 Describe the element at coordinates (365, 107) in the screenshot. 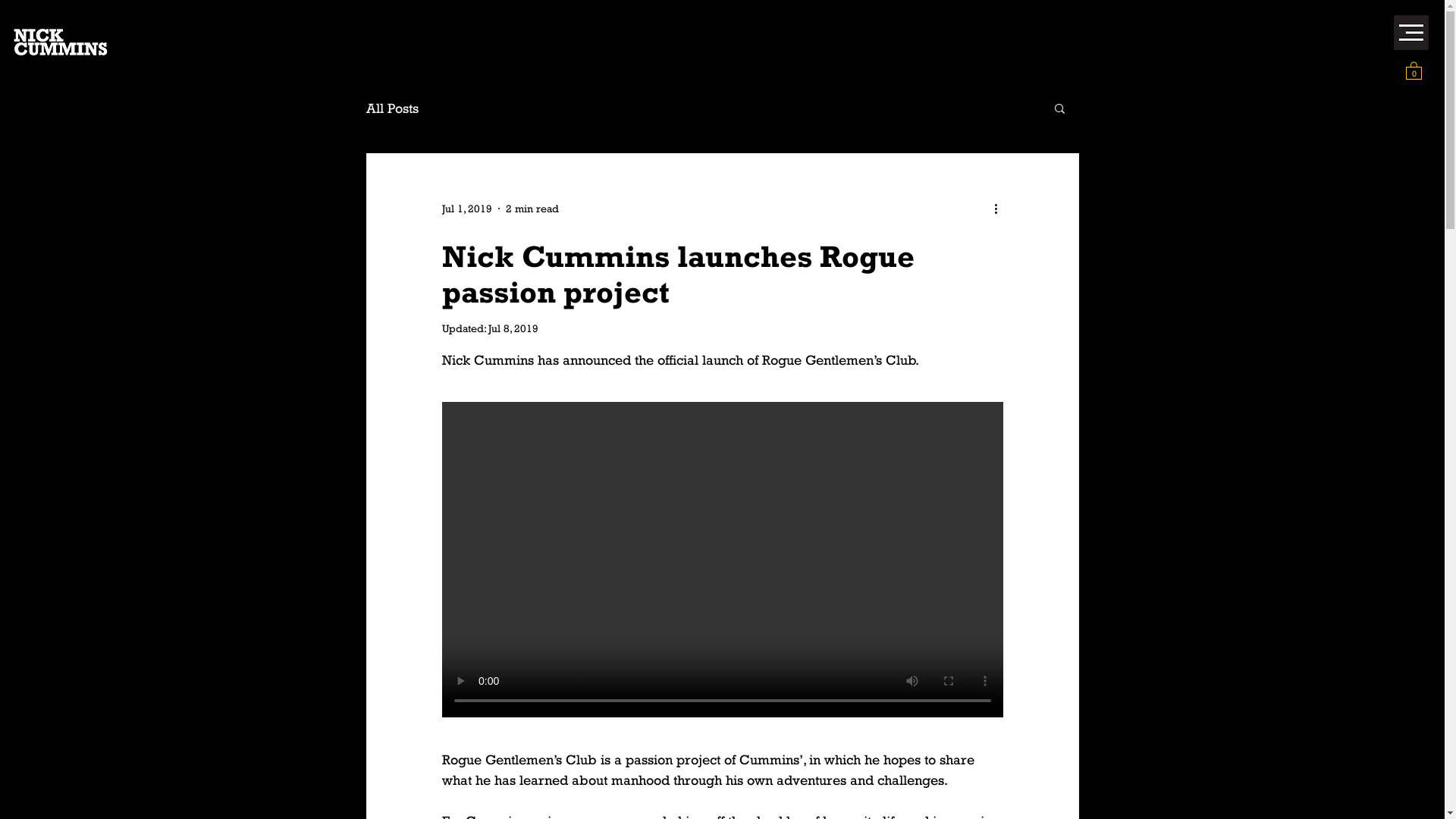

I see `'All Posts'` at that location.